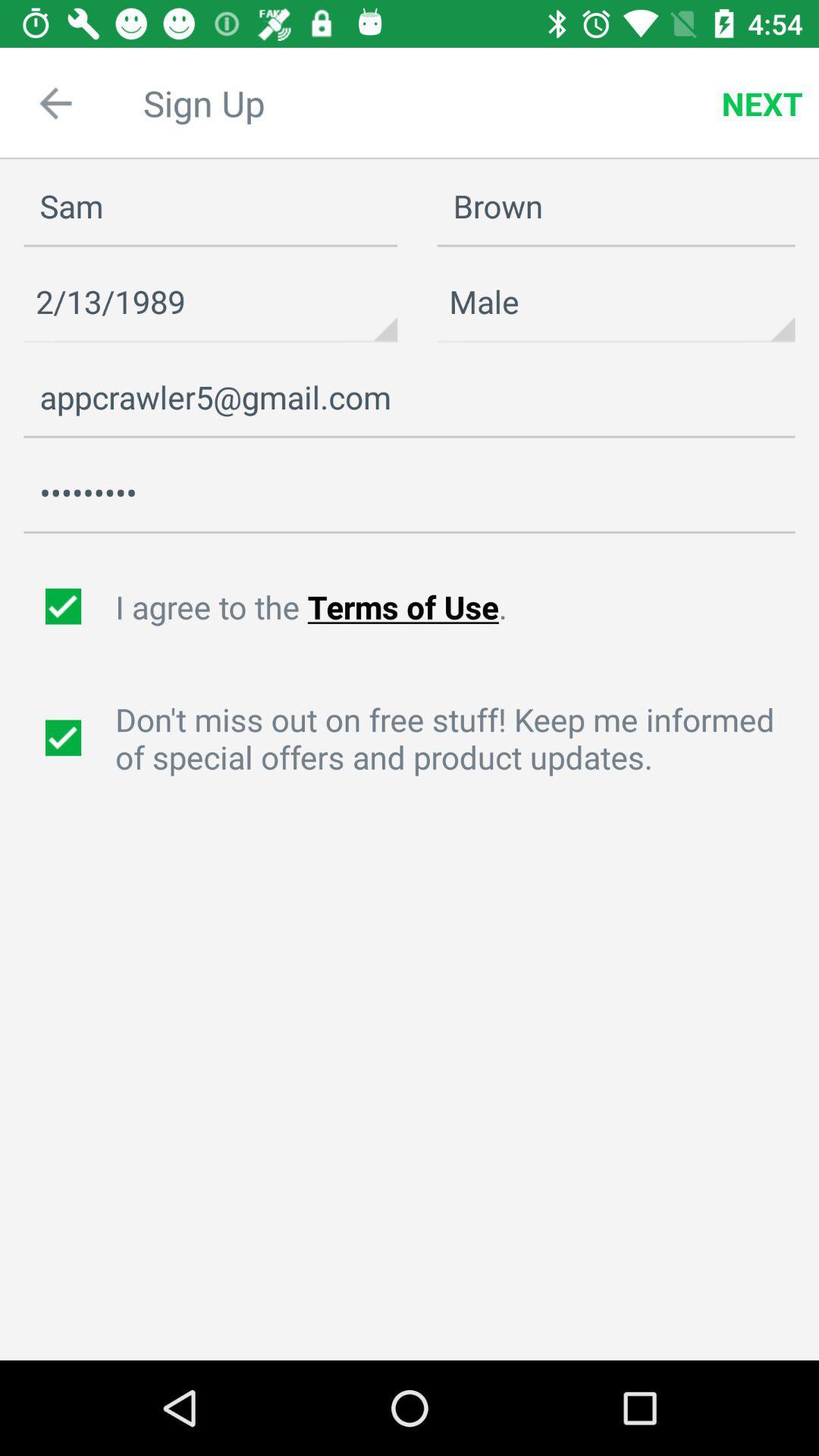  I want to click on agree to terms of service, so click(64, 607).